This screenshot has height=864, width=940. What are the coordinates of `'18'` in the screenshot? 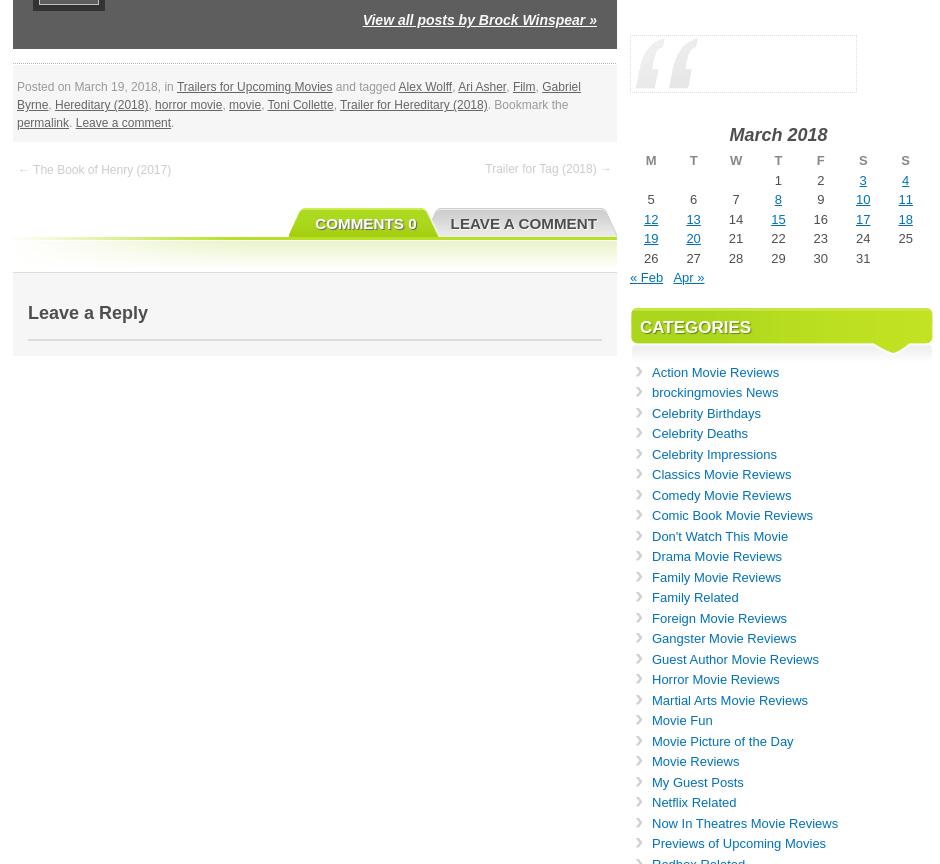 It's located at (897, 218).